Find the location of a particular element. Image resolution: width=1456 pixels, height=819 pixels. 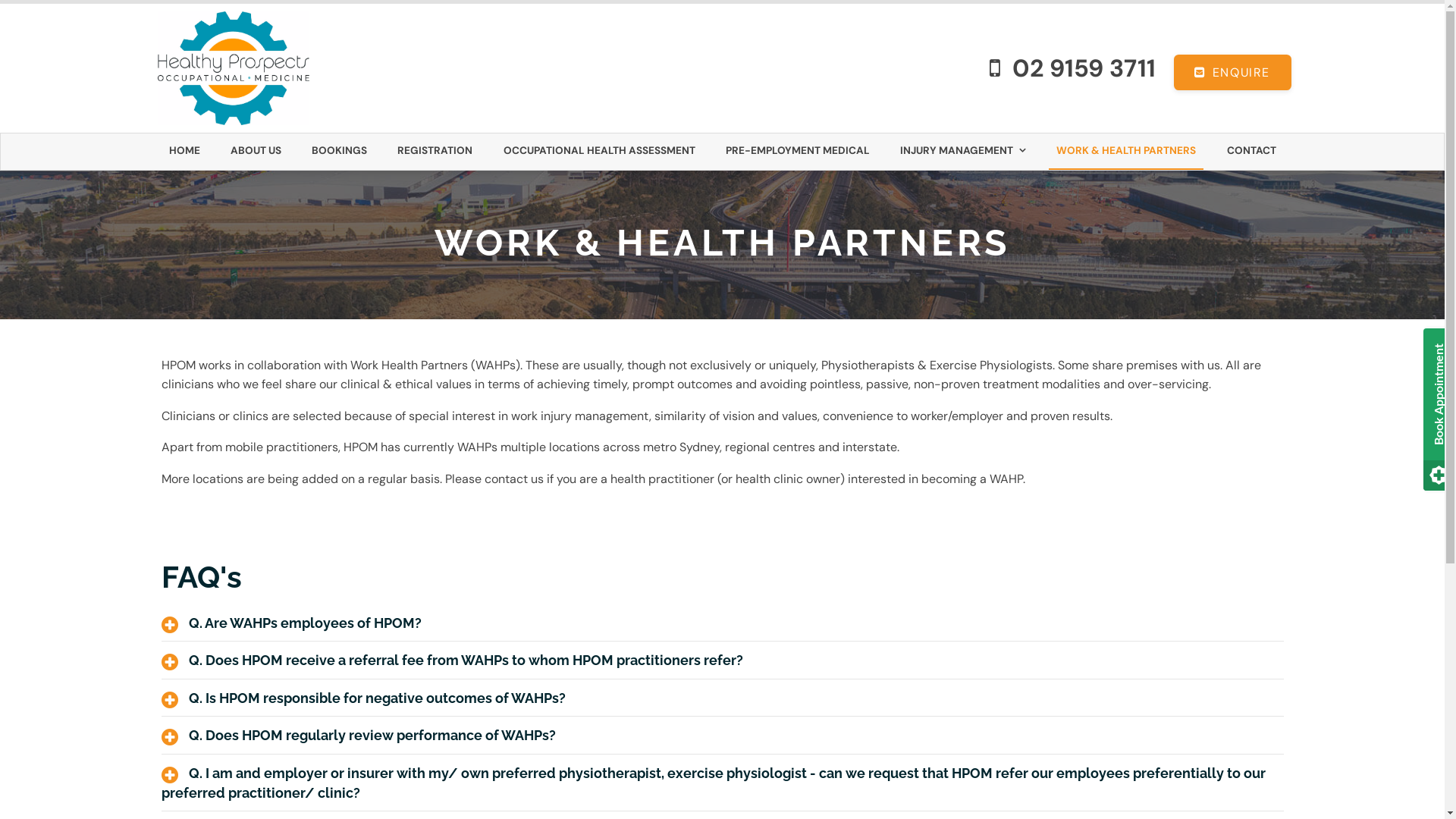

'OCCUPATIONAL HEALTH ASSESSMENT' is located at coordinates (495, 152).